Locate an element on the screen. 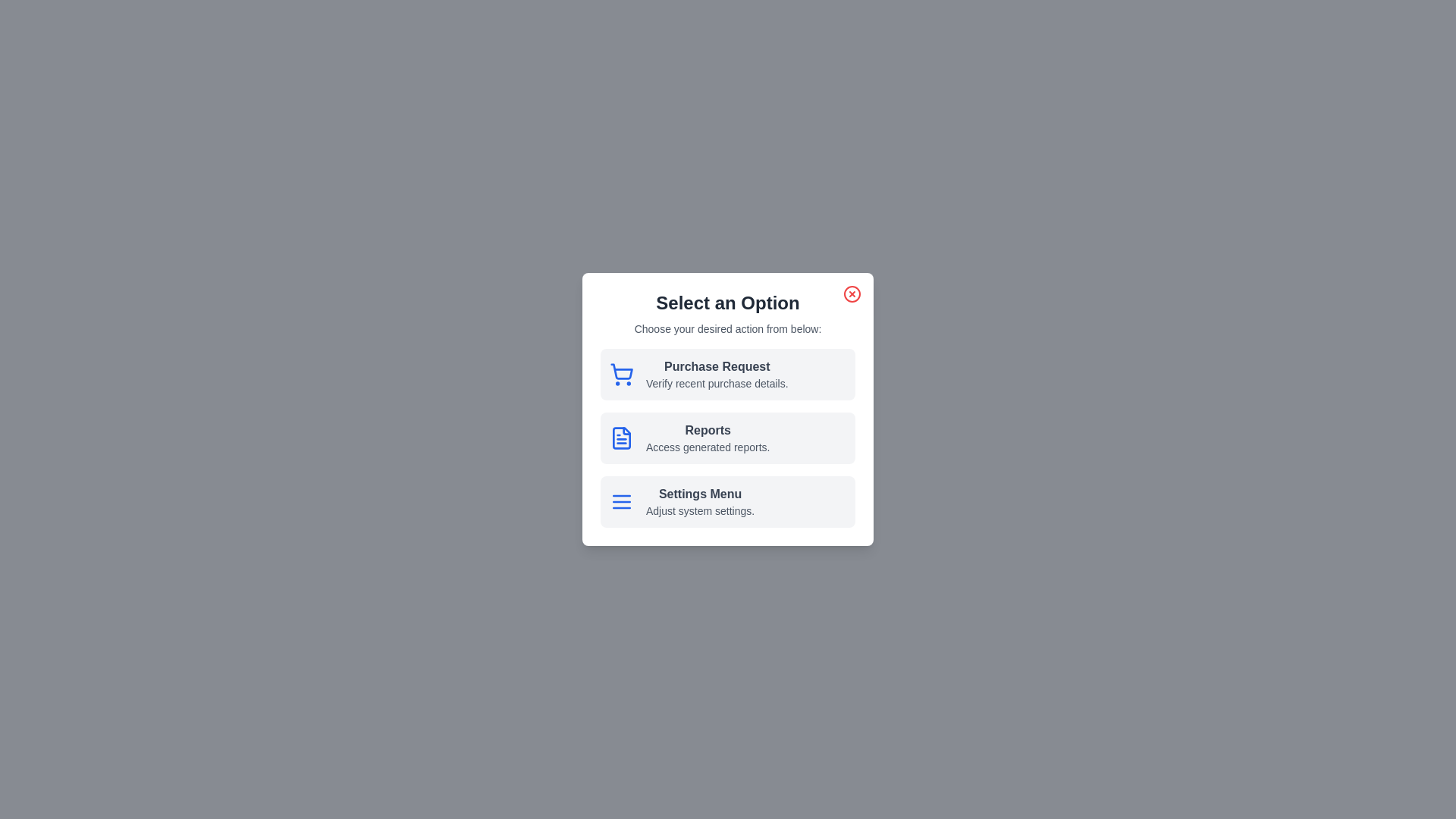  the option Purchase Request to reveal additional styles or information is located at coordinates (728, 374).